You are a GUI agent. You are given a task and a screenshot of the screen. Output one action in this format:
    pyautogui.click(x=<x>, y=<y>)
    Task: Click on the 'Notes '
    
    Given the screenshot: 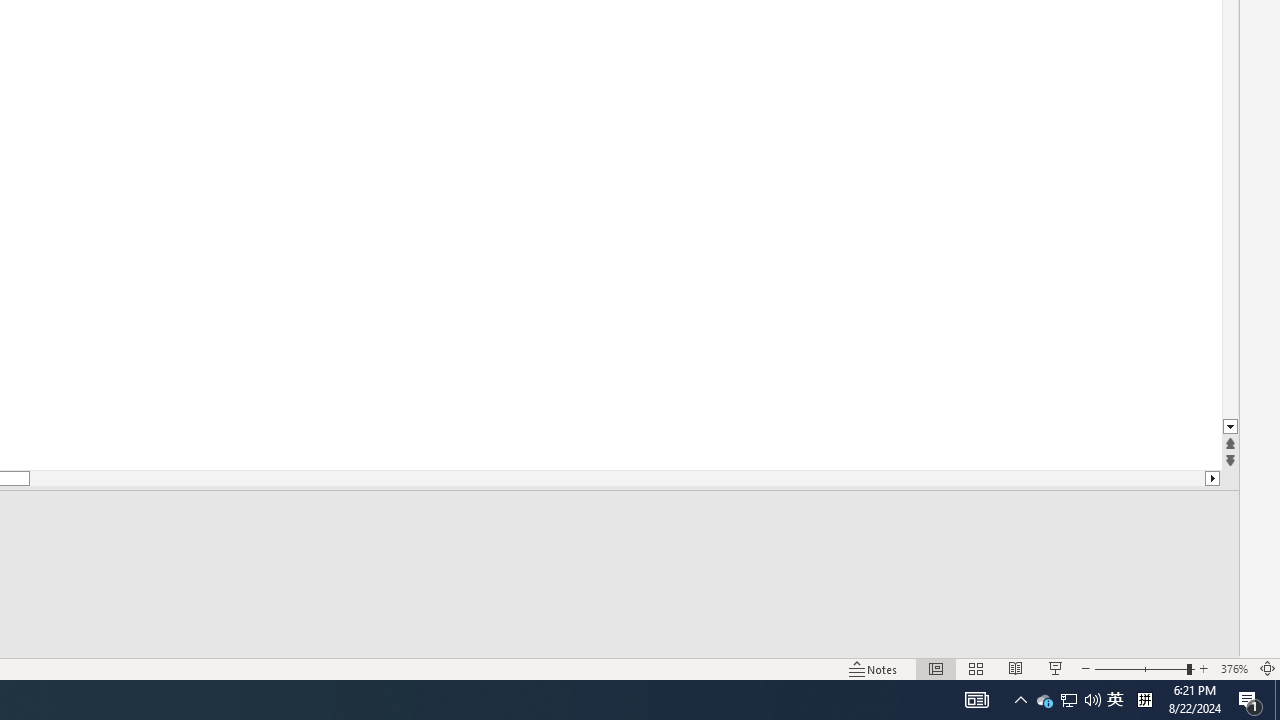 What is the action you would take?
    pyautogui.click(x=874, y=669)
    